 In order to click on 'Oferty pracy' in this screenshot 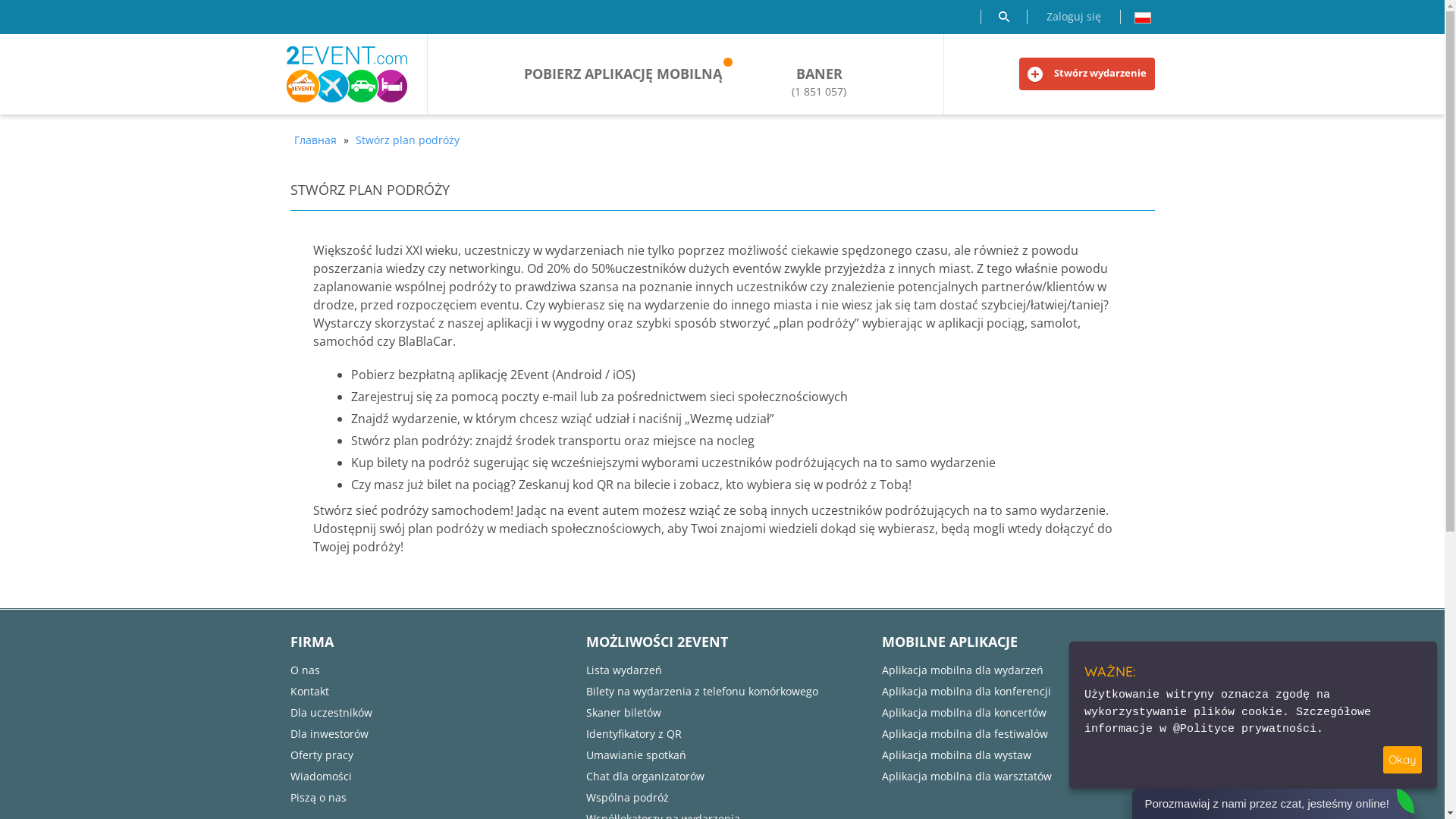, I will do `click(290, 755)`.